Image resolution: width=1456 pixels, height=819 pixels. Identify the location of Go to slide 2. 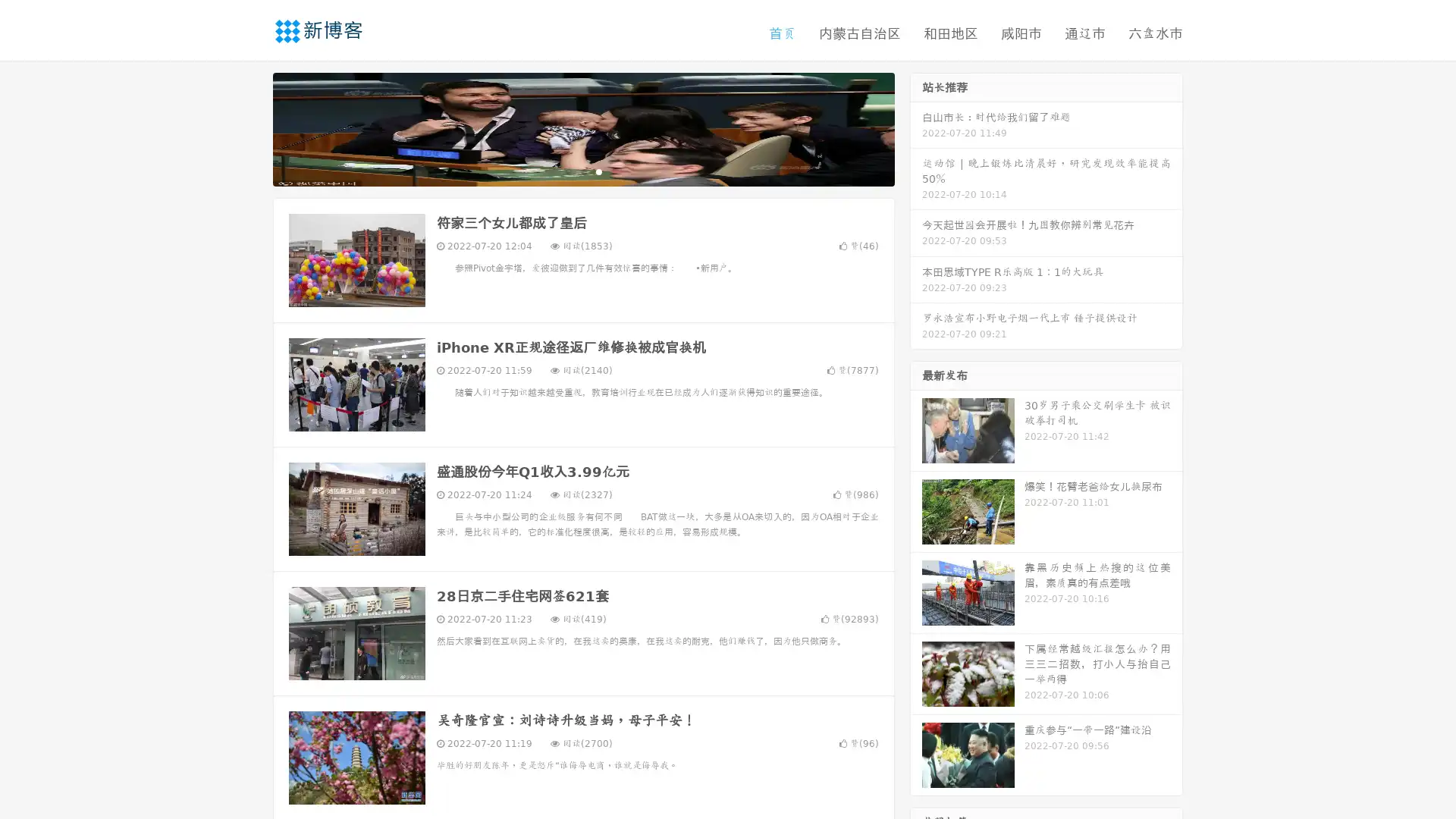
(582, 171).